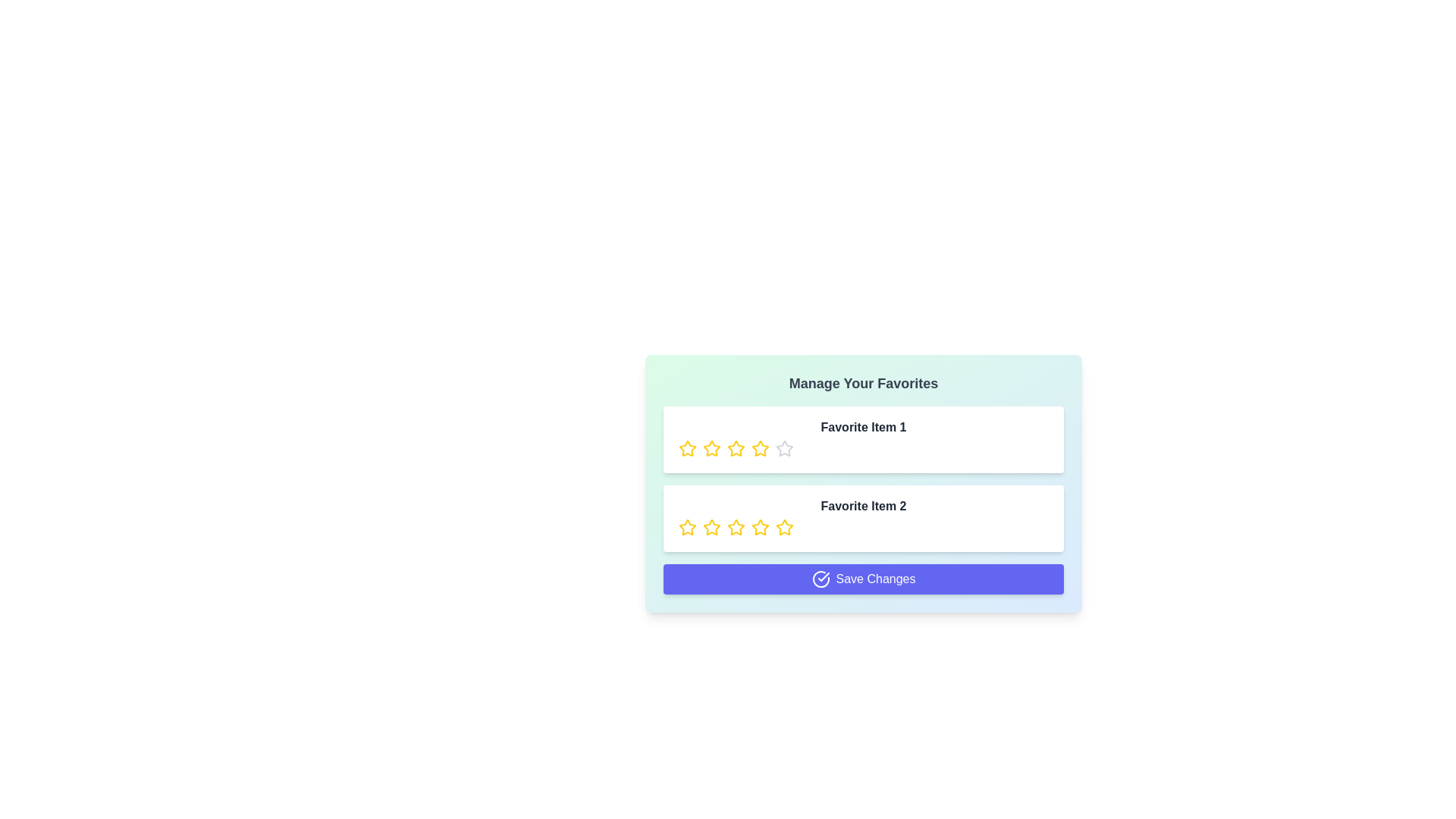  What do you see at coordinates (711, 447) in the screenshot?
I see `the rating of a favorite item to 2 stars` at bounding box center [711, 447].